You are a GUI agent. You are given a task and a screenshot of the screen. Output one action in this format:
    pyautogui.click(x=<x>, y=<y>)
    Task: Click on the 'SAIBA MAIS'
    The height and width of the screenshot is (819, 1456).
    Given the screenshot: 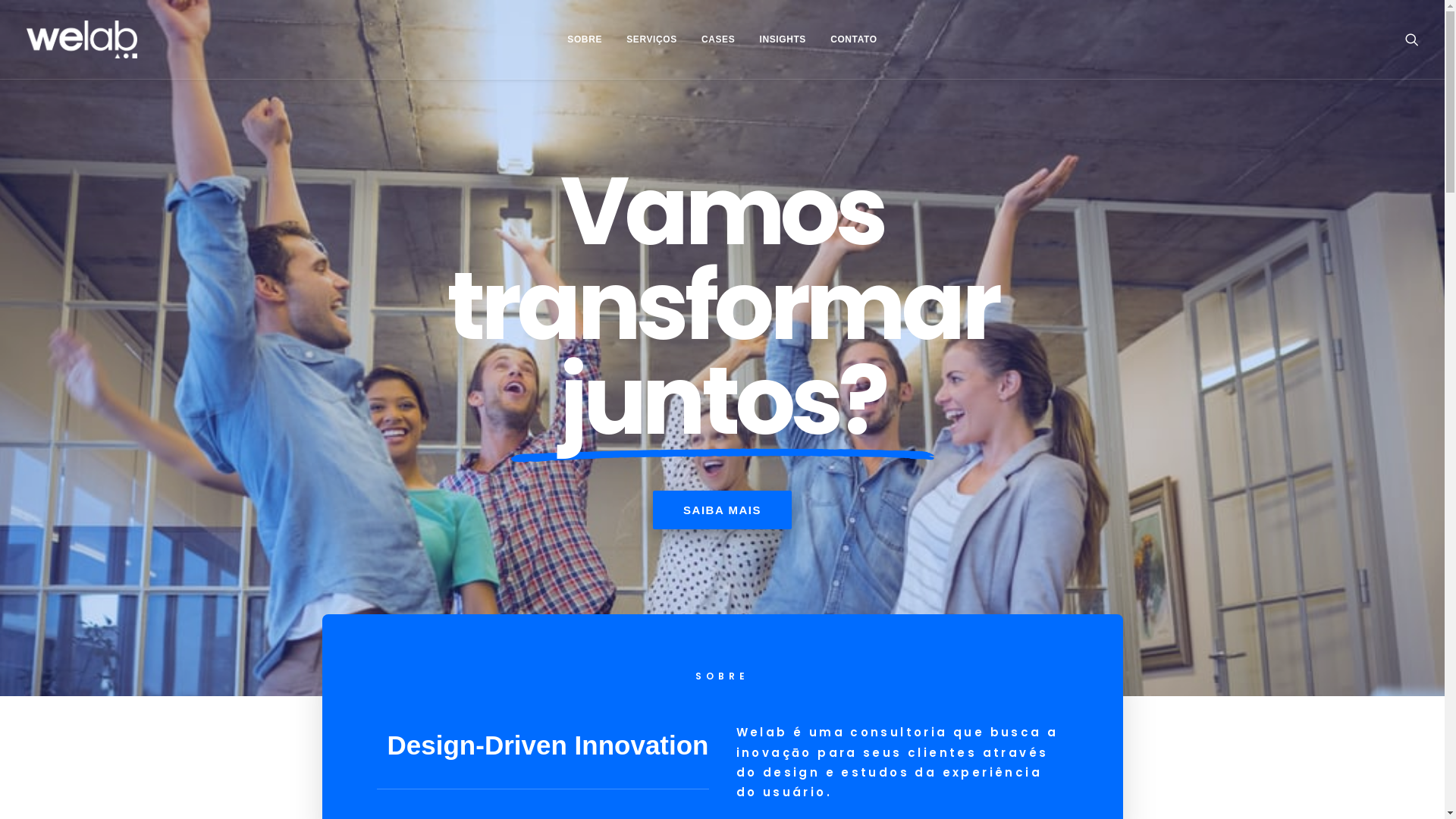 What is the action you would take?
    pyautogui.click(x=652, y=510)
    